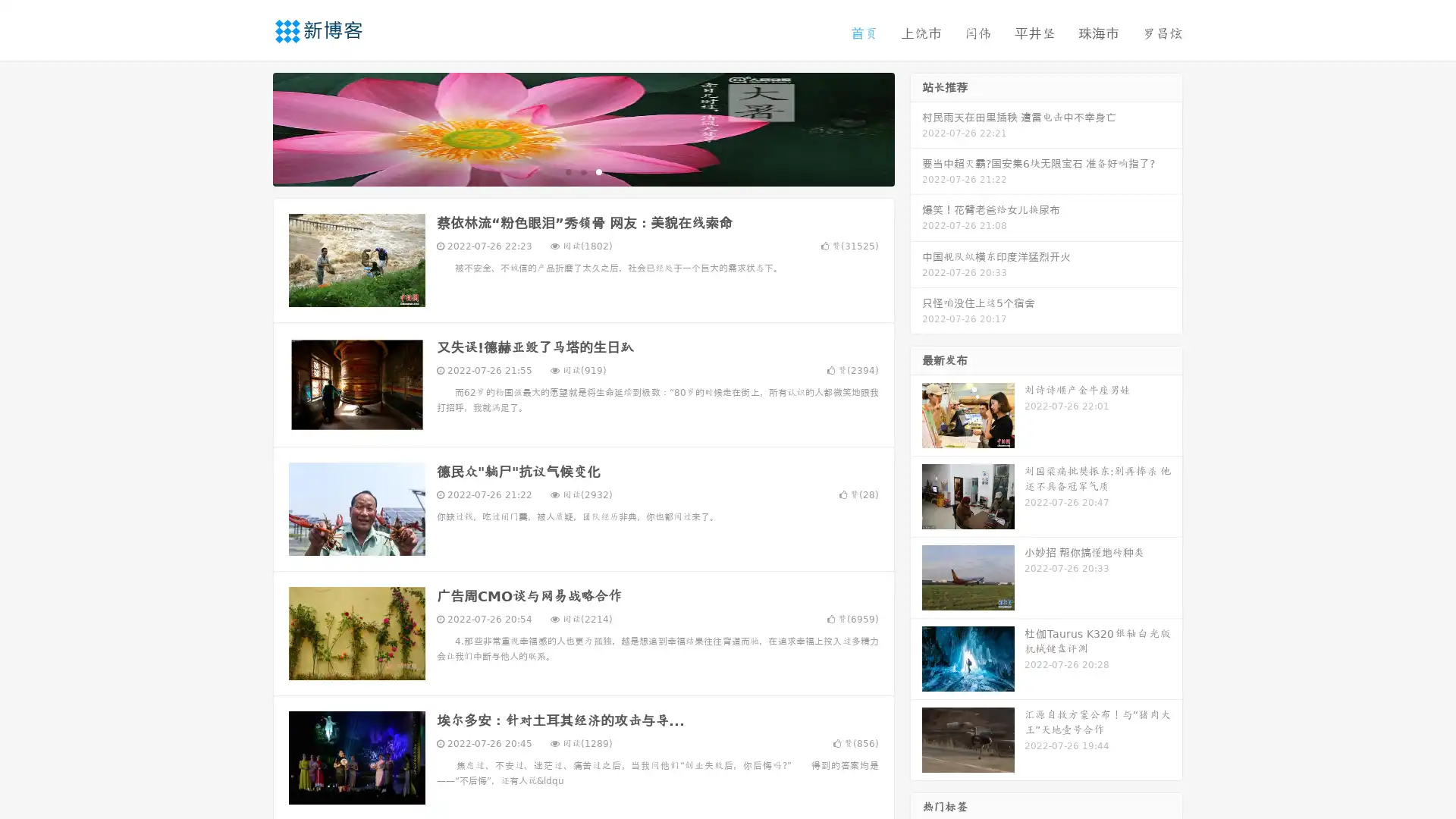  Describe the element at coordinates (598, 171) in the screenshot. I see `Go to slide 3` at that location.